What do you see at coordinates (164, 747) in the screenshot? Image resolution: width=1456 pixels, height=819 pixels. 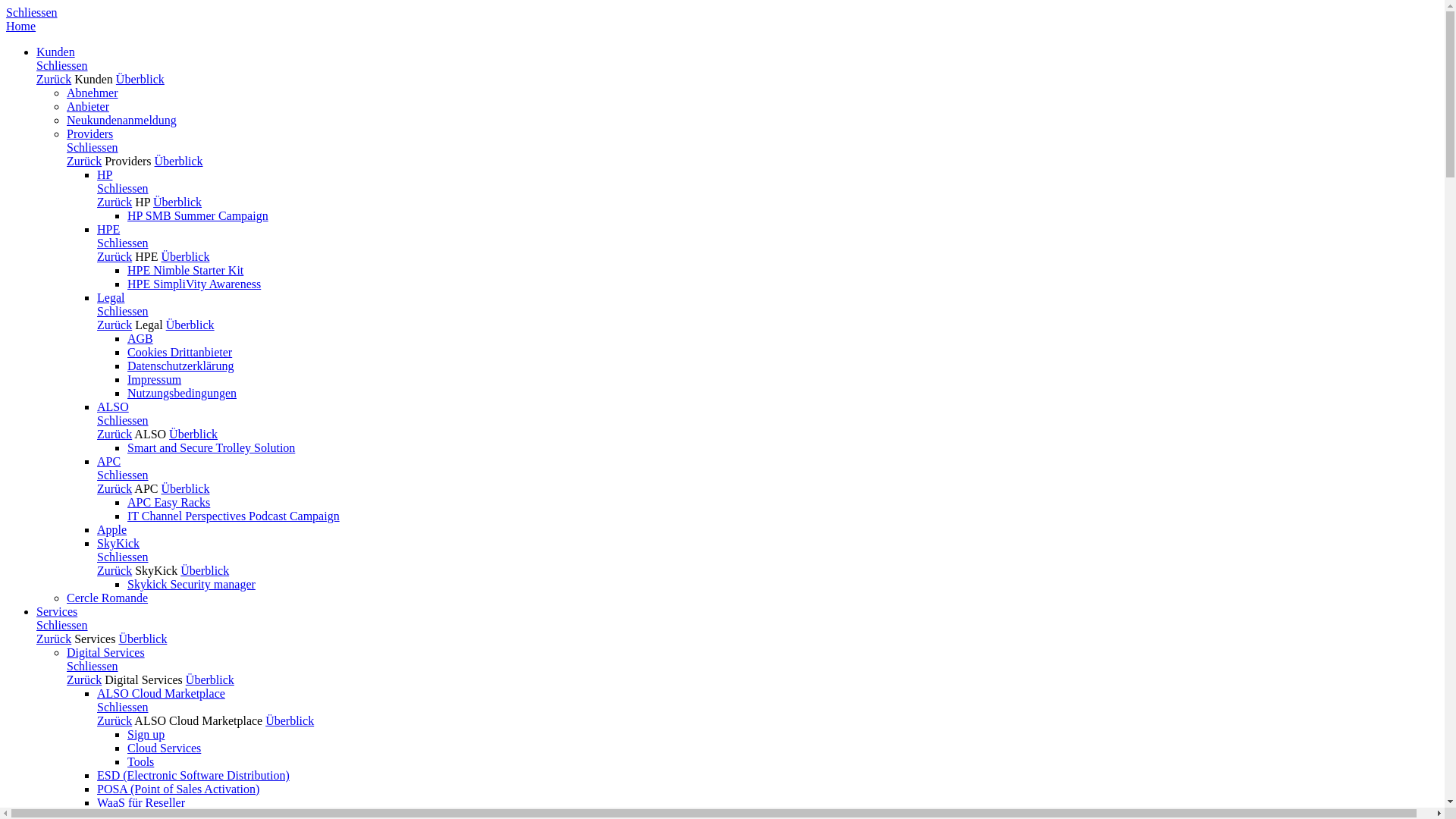 I see `'Cloud Services'` at bounding box center [164, 747].